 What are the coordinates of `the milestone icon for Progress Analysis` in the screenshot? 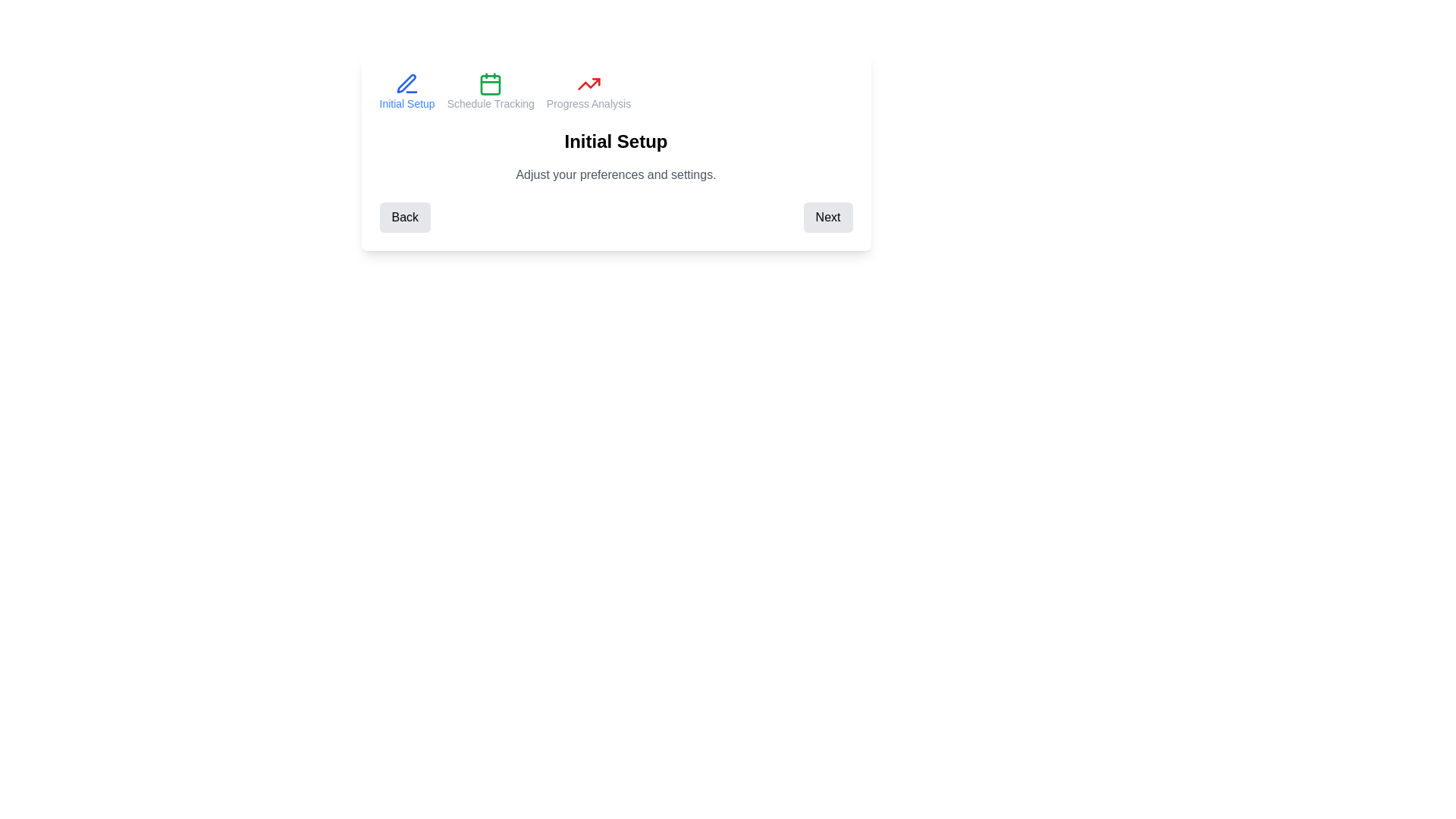 It's located at (588, 91).